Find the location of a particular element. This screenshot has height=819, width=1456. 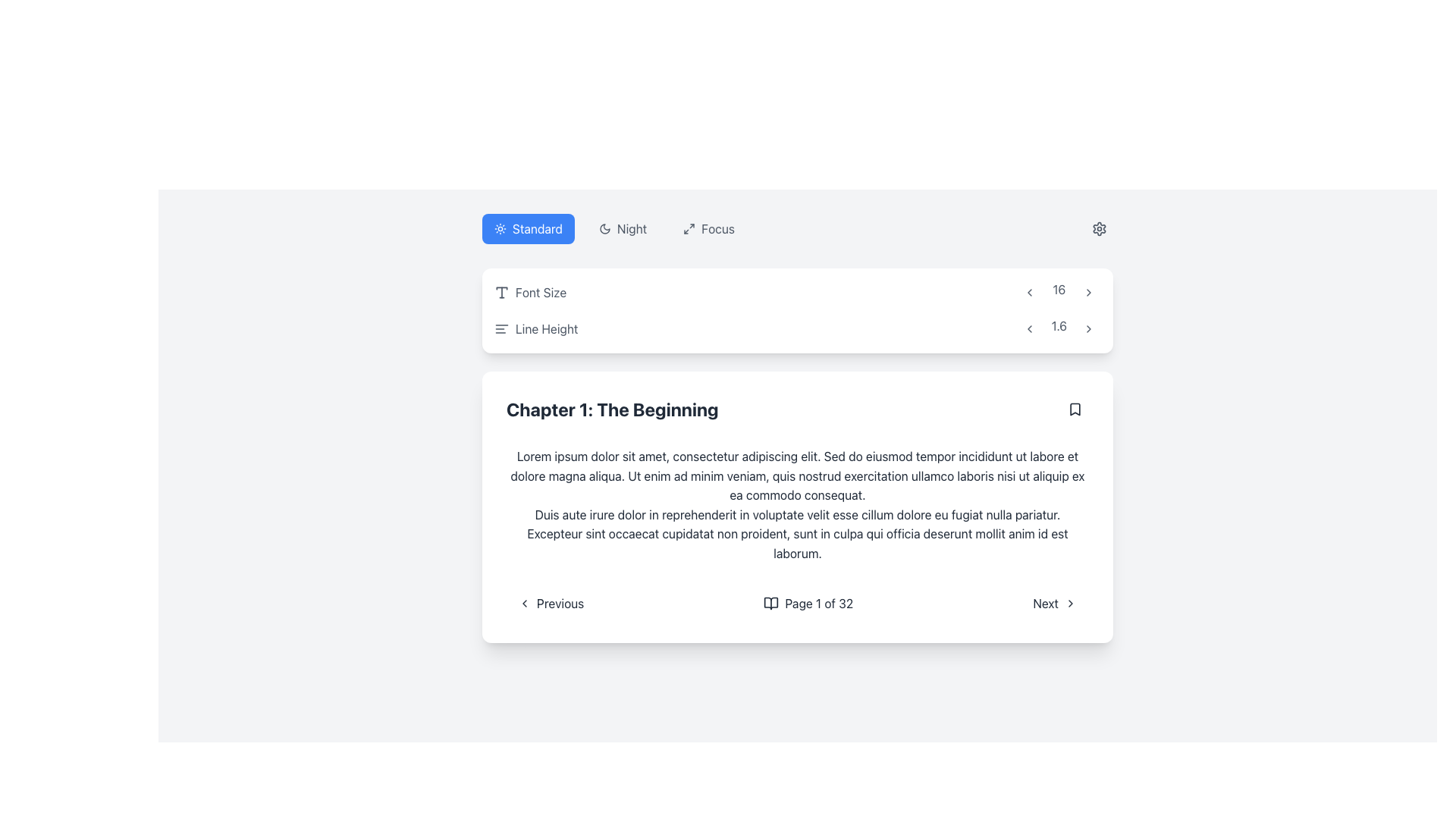

the small book icon, which is an outline drawing of an open book positioned to the left of the text 'Page 1 of 32' is located at coordinates (771, 602).